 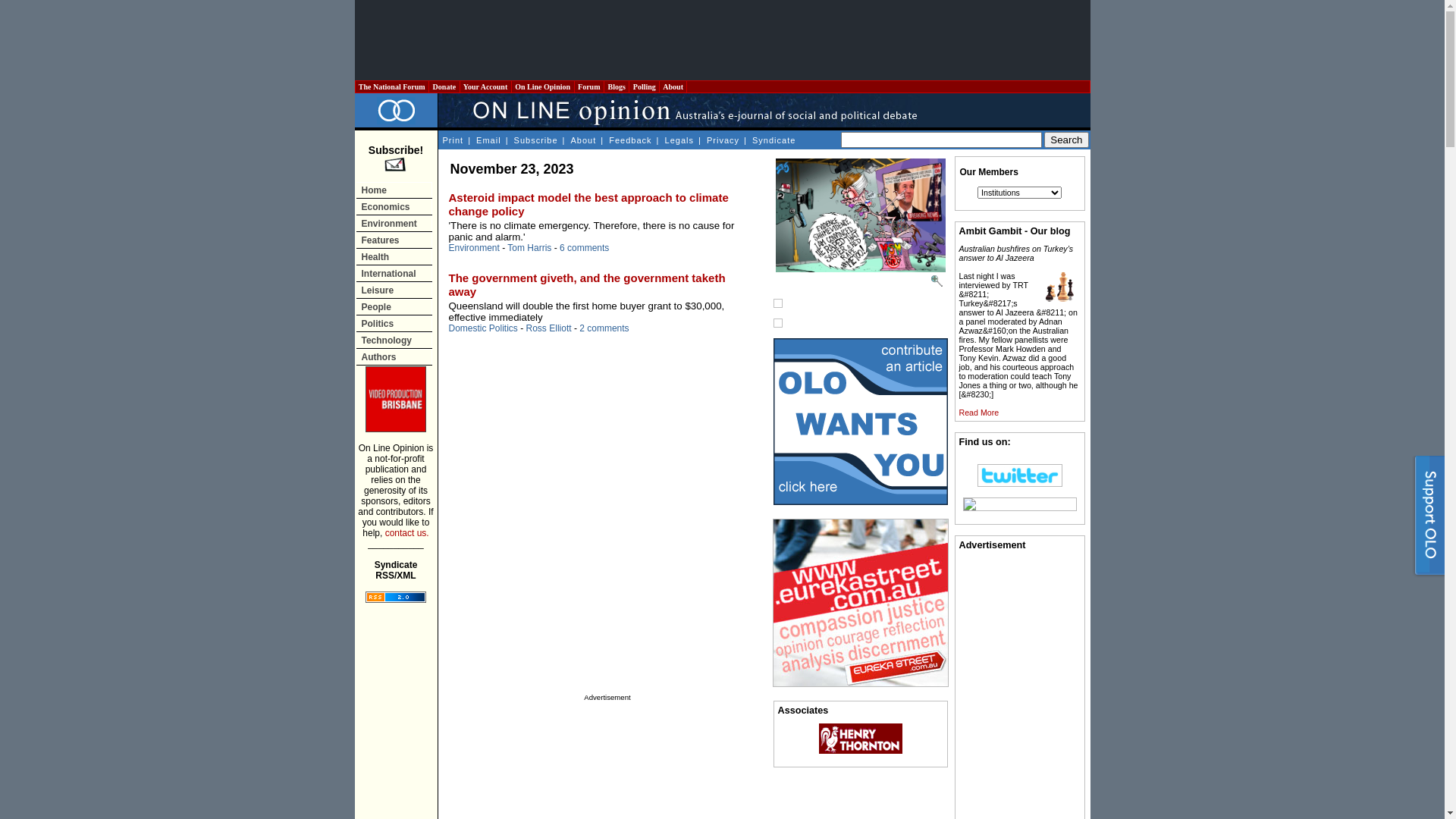 What do you see at coordinates (396, 158) in the screenshot?
I see `'Subscribe!'` at bounding box center [396, 158].